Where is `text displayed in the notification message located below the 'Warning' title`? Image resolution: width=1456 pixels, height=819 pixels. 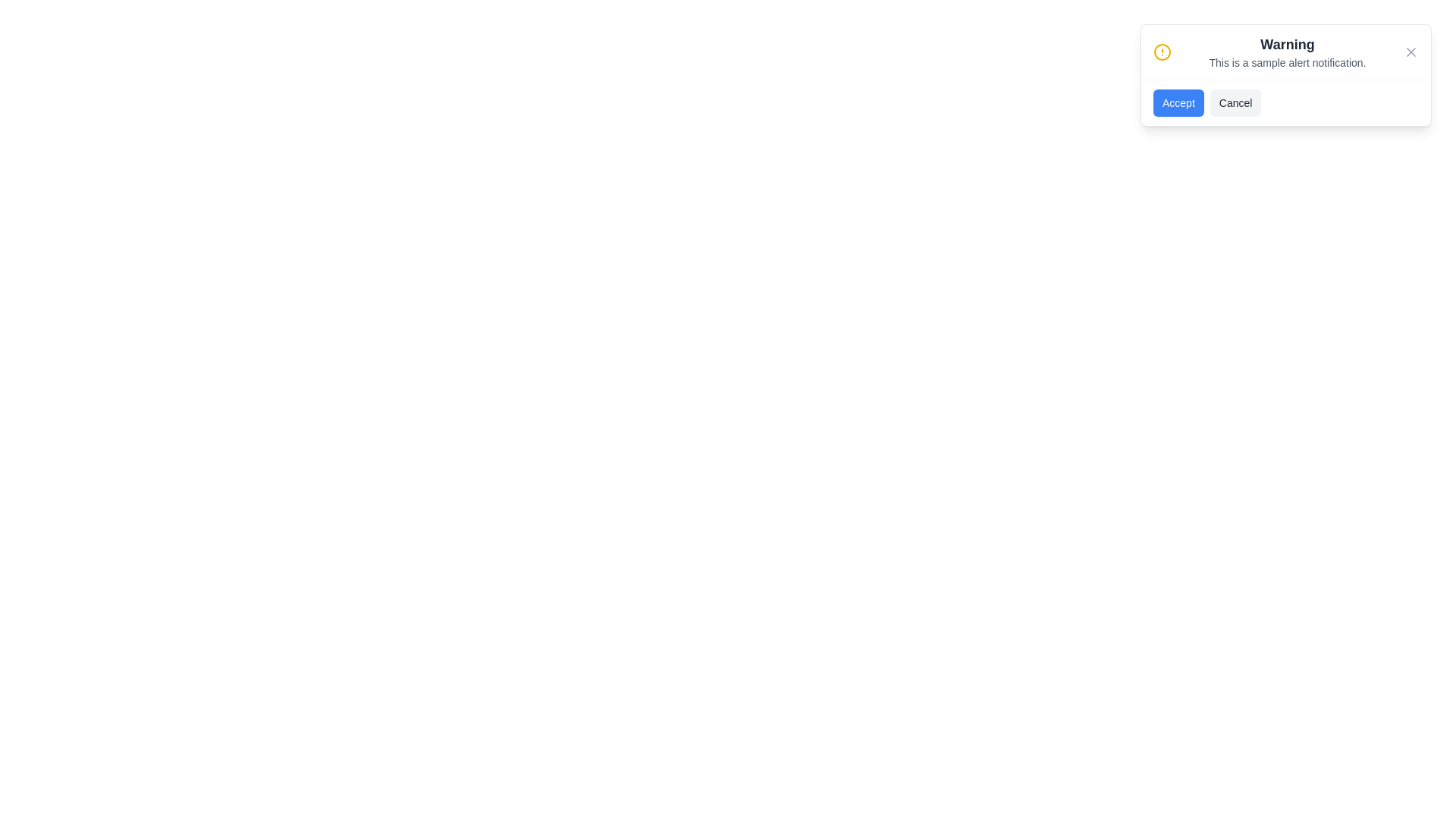 text displayed in the notification message located below the 'Warning' title is located at coordinates (1287, 62).